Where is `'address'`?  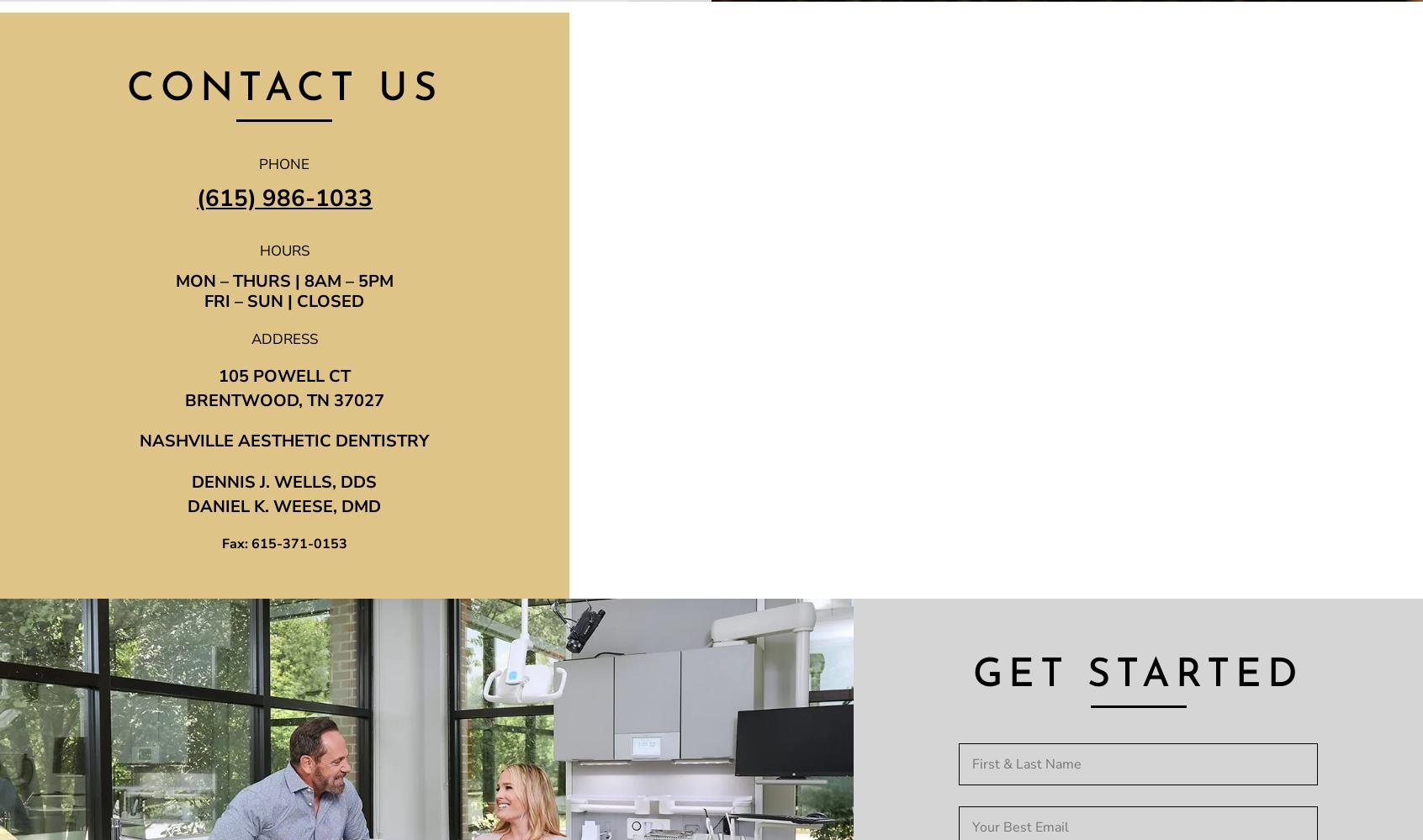
'address' is located at coordinates (283, 337).